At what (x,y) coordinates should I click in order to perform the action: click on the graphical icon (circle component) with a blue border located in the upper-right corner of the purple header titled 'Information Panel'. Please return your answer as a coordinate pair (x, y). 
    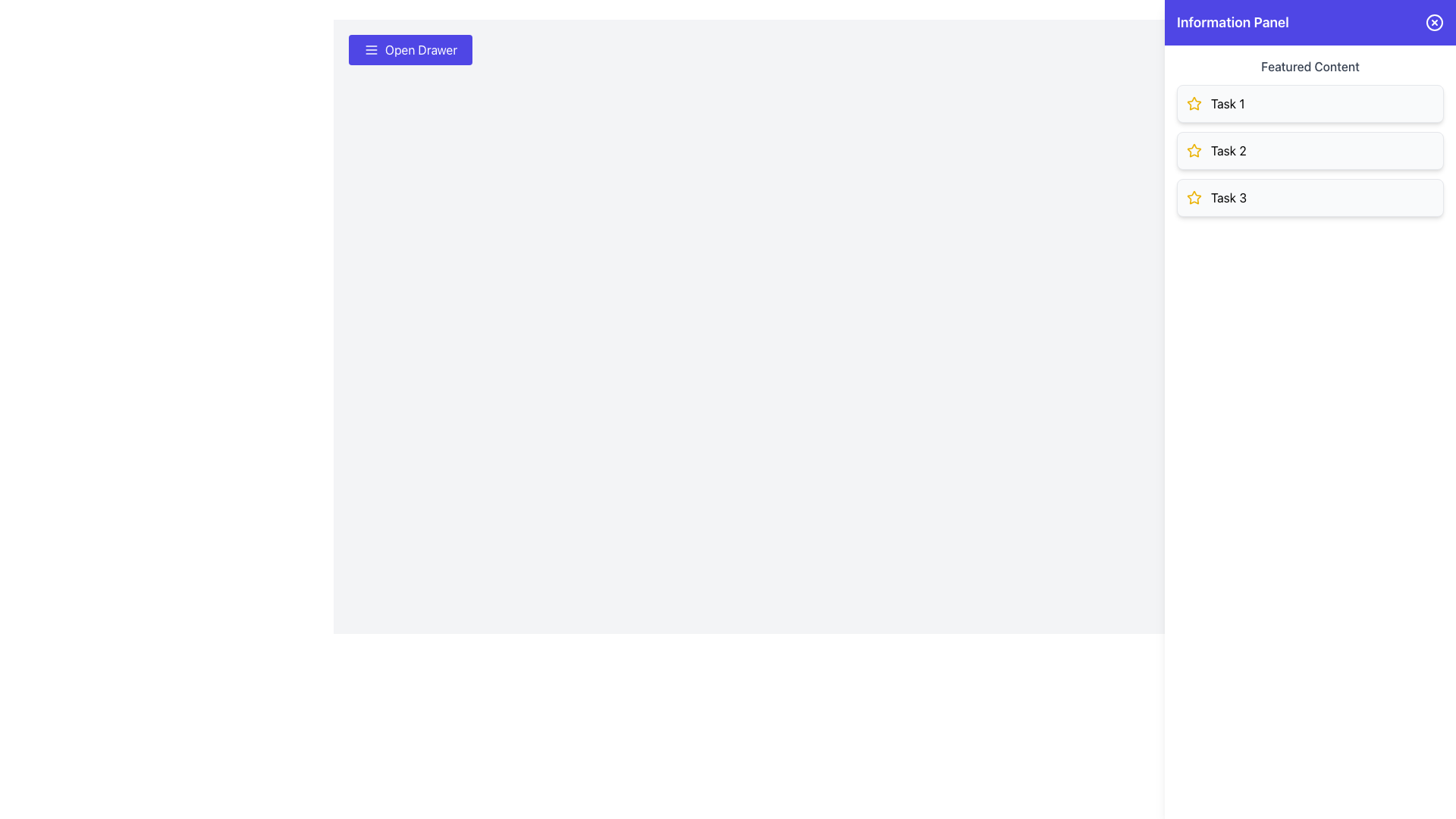
    Looking at the image, I should click on (1433, 23).